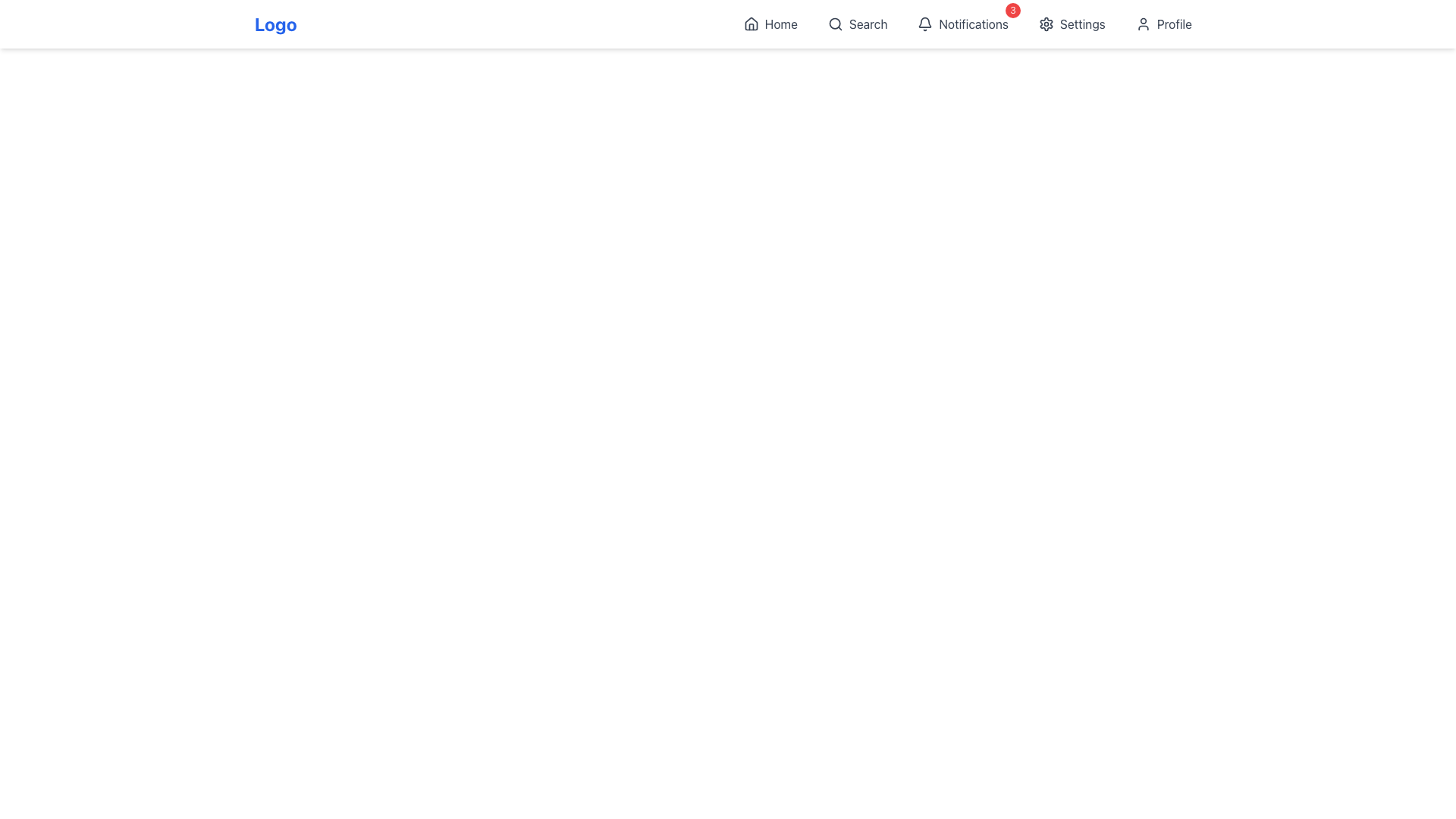 The height and width of the screenshot is (819, 1456). What do you see at coordinates (770, 24) in the screenshot?
I see `the navigation button located at the leftmost position of the horizontal menu in the top bar` at bounding box center [770, 24].